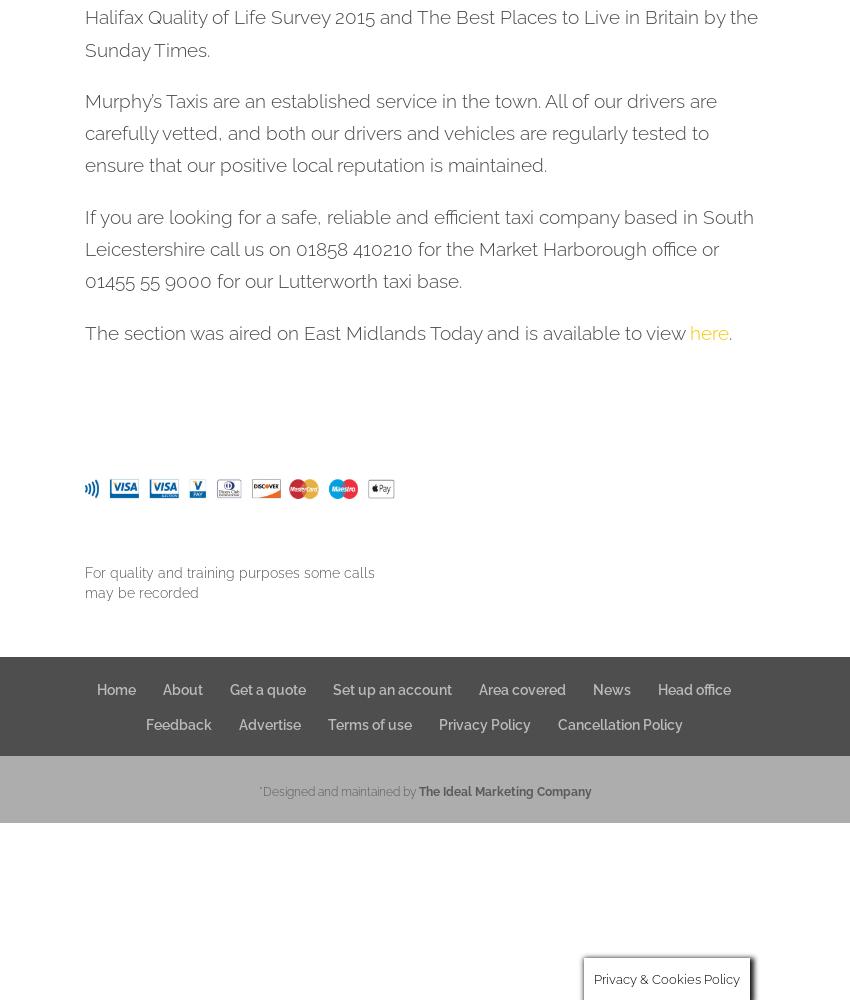  What do you see at coordinates (483, 723) in the screenshot?
I see `'Privacy Policy'` at bounding box center [483, 723].